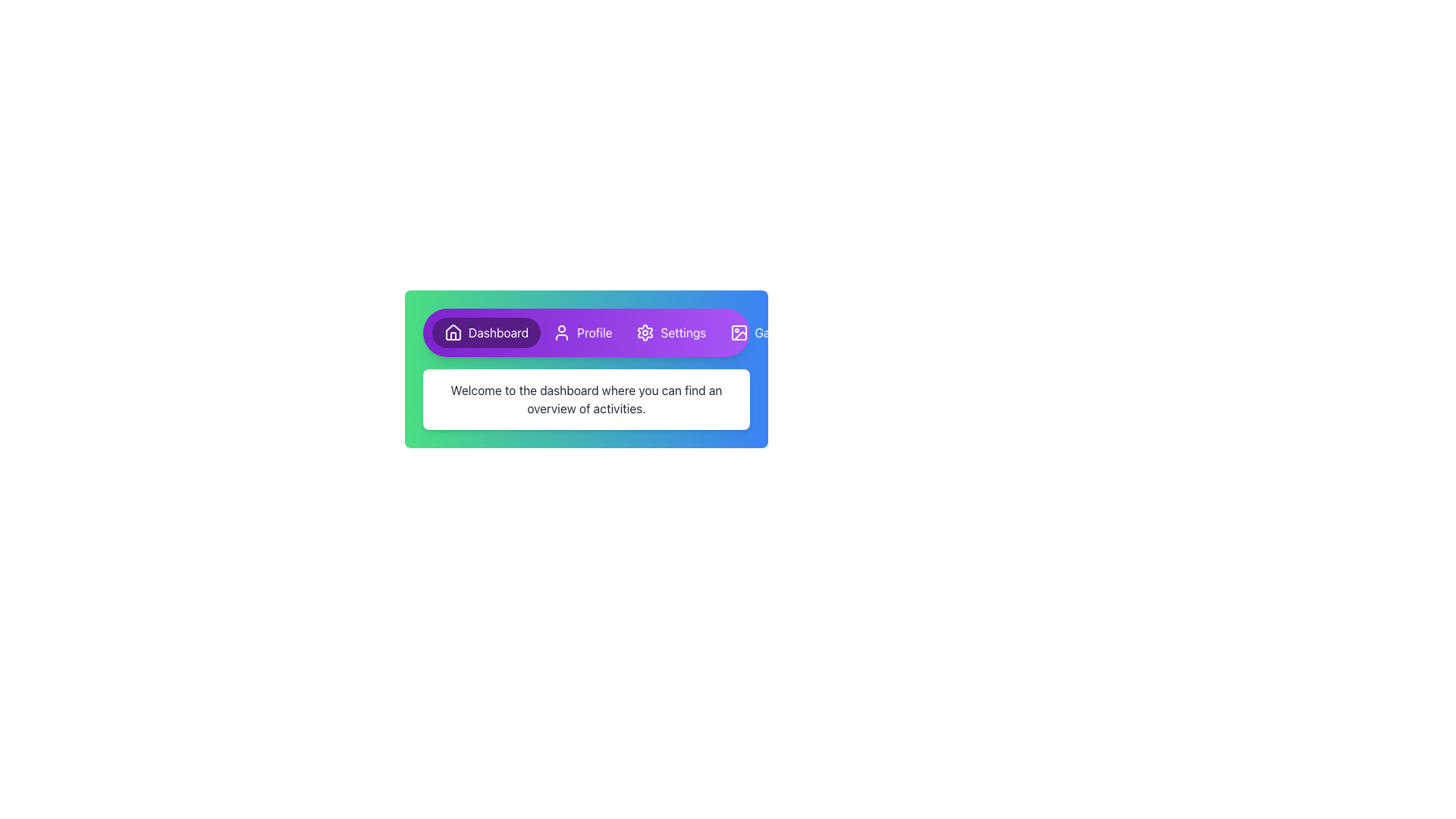  What do you see at coordinates (739, 332) in the screenshot?
I see `the decorative SVG rectangle located towards the top-right of the interface, which is part of an icon representing an image or picture` at bounding box center [739, 332].